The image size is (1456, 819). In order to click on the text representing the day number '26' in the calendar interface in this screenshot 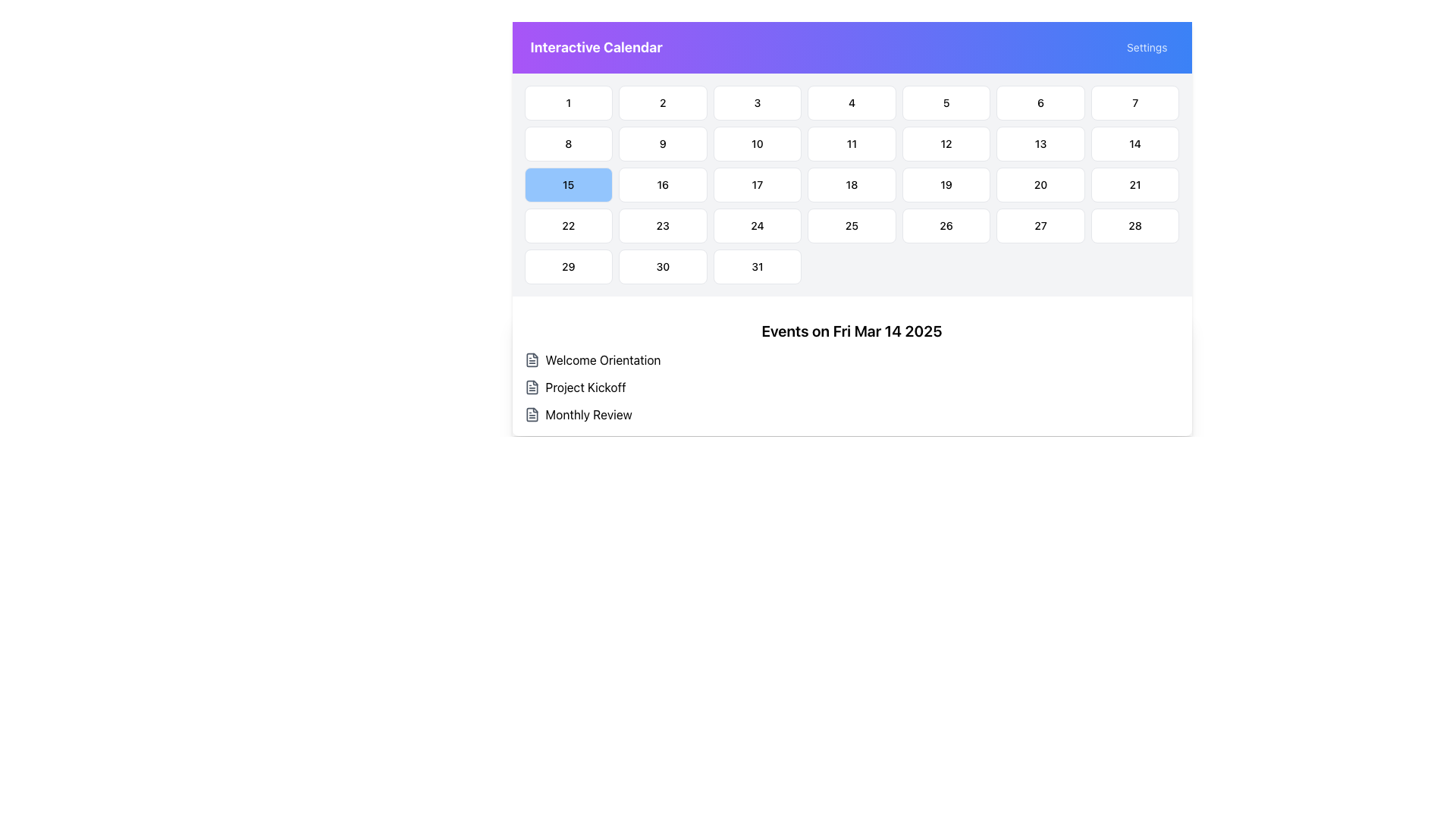, I will do `click(946, 225)`.